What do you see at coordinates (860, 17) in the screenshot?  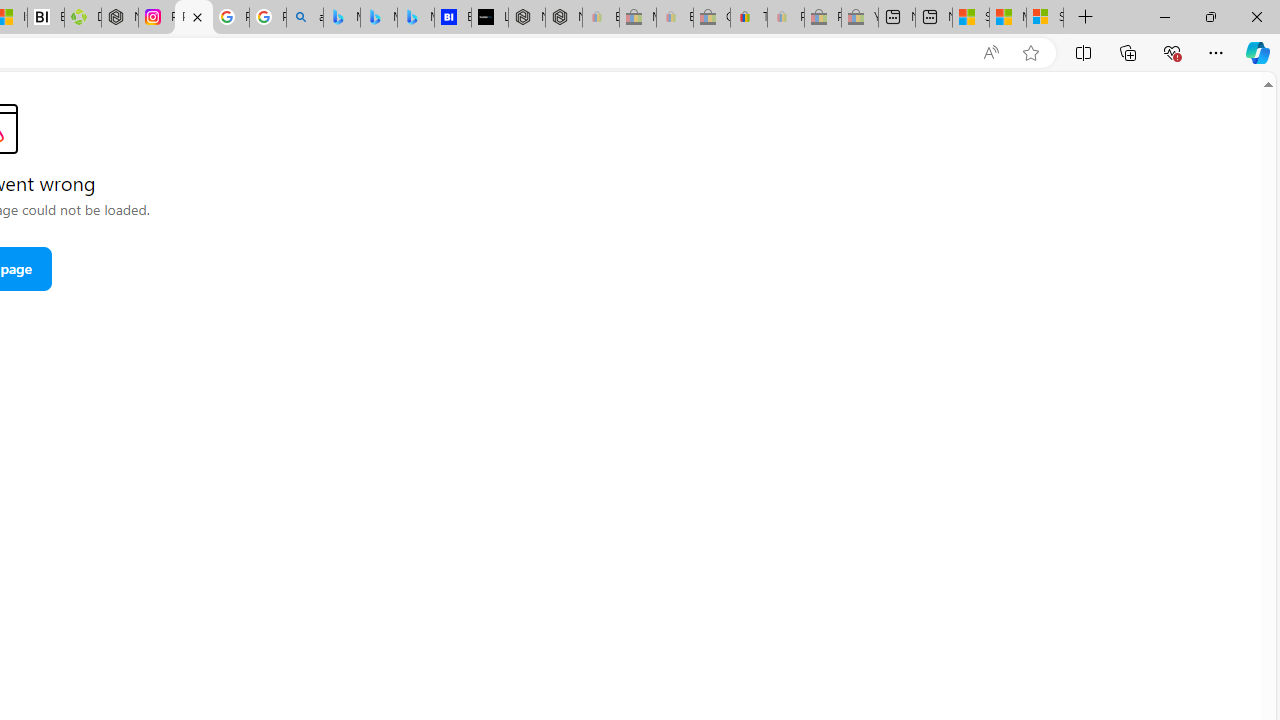 I see `'Yard, Garden & Outdoor Living - Sleeping'` at bounding box center [860, 17].